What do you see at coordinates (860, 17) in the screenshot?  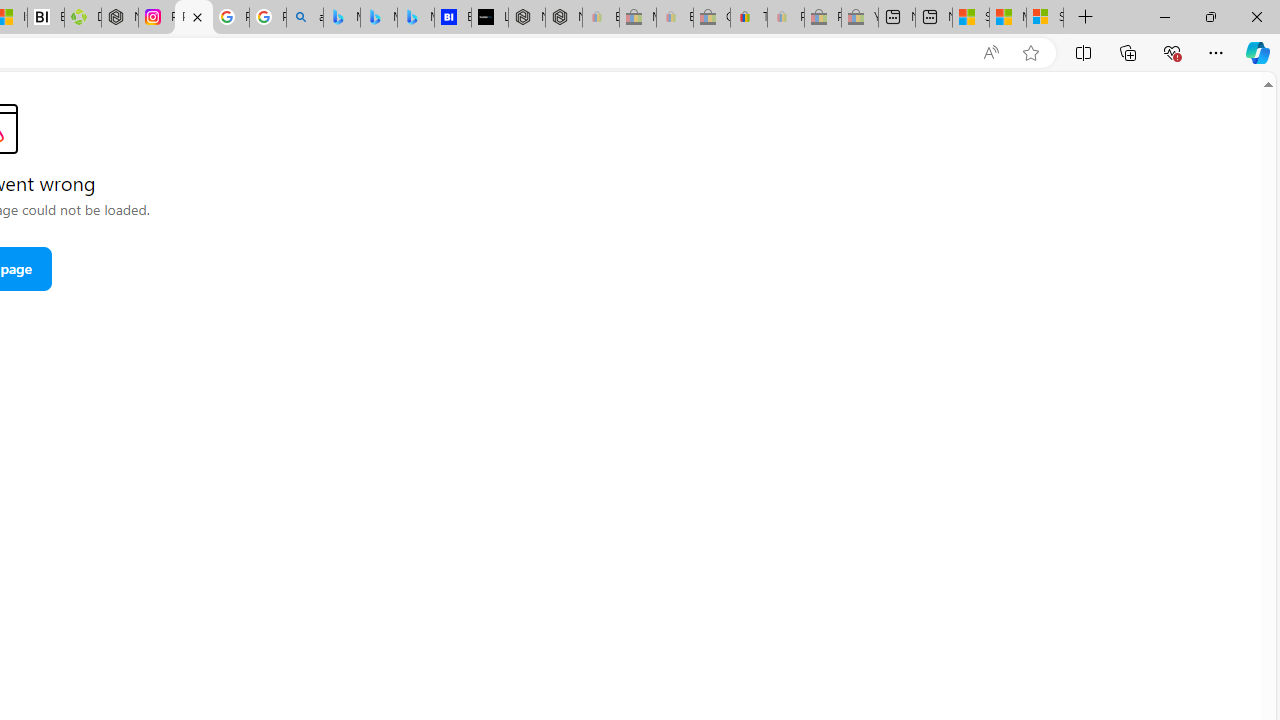 I see `'Yard, Garden & Outdoor Living - Sleeping'` at bounding box center [860, 17].